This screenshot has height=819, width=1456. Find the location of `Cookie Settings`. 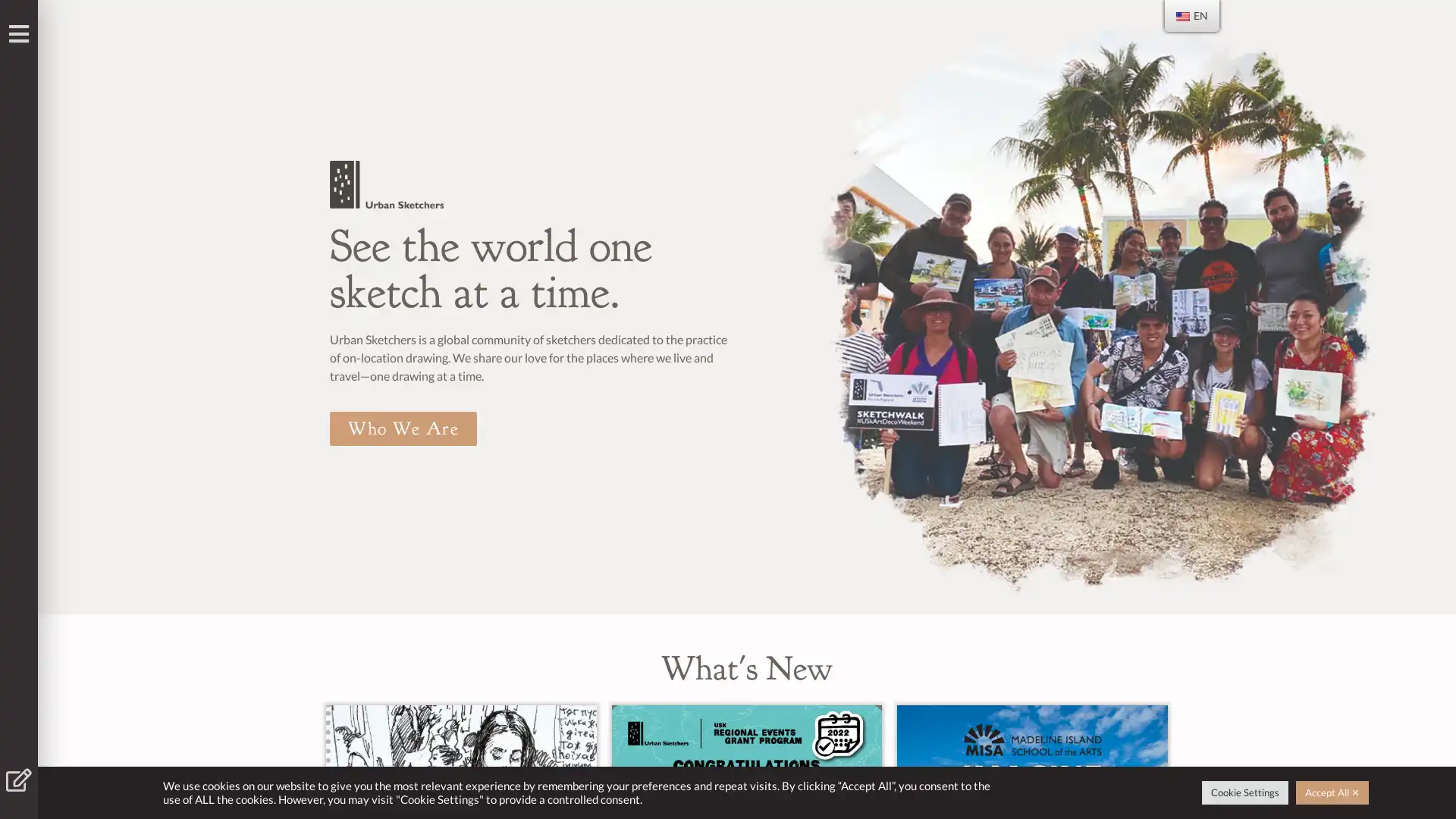

Cookie Settings is located at coordinates (1244, 792).